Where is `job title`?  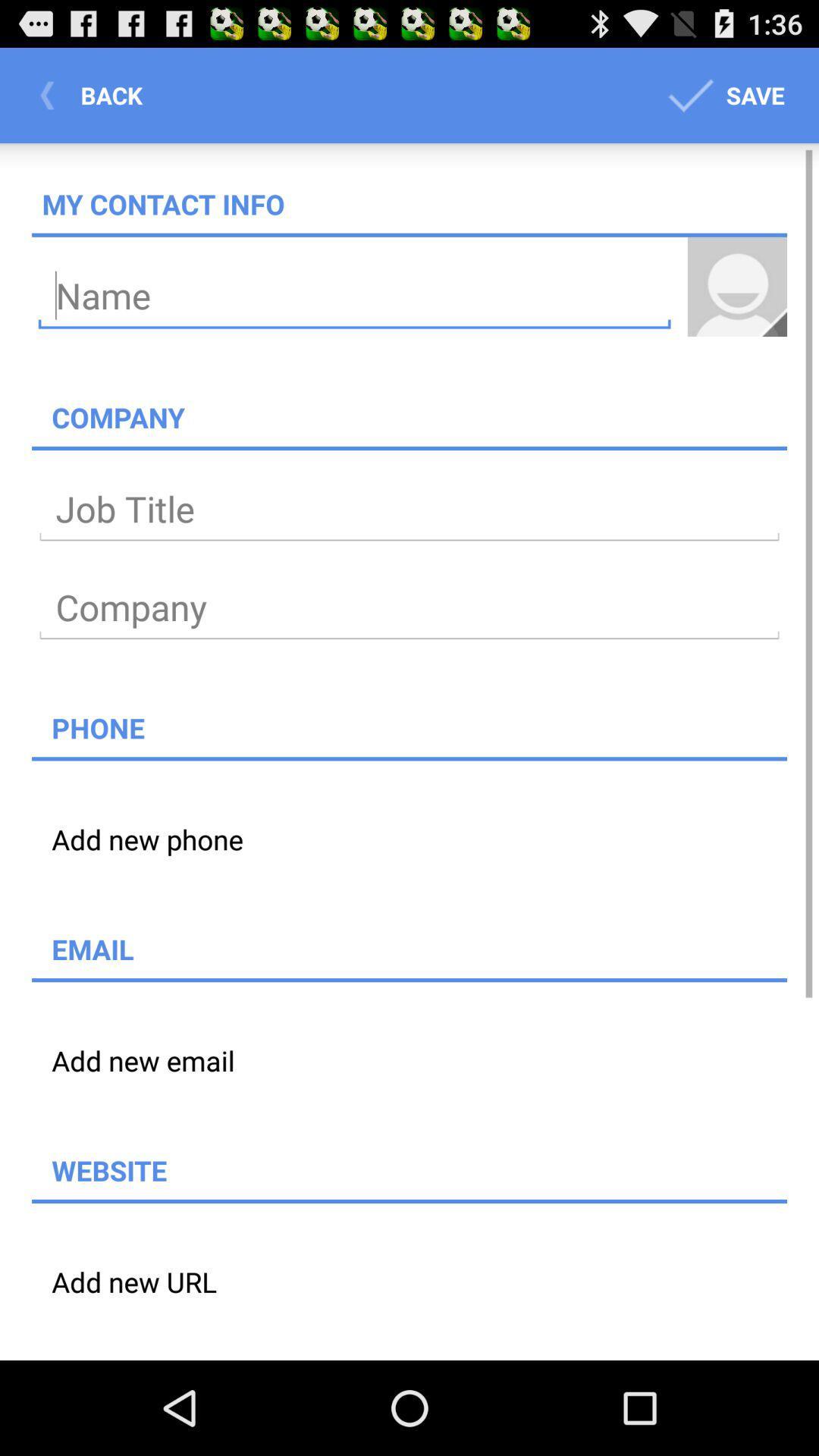
job title is located at coordinates (409, 510).